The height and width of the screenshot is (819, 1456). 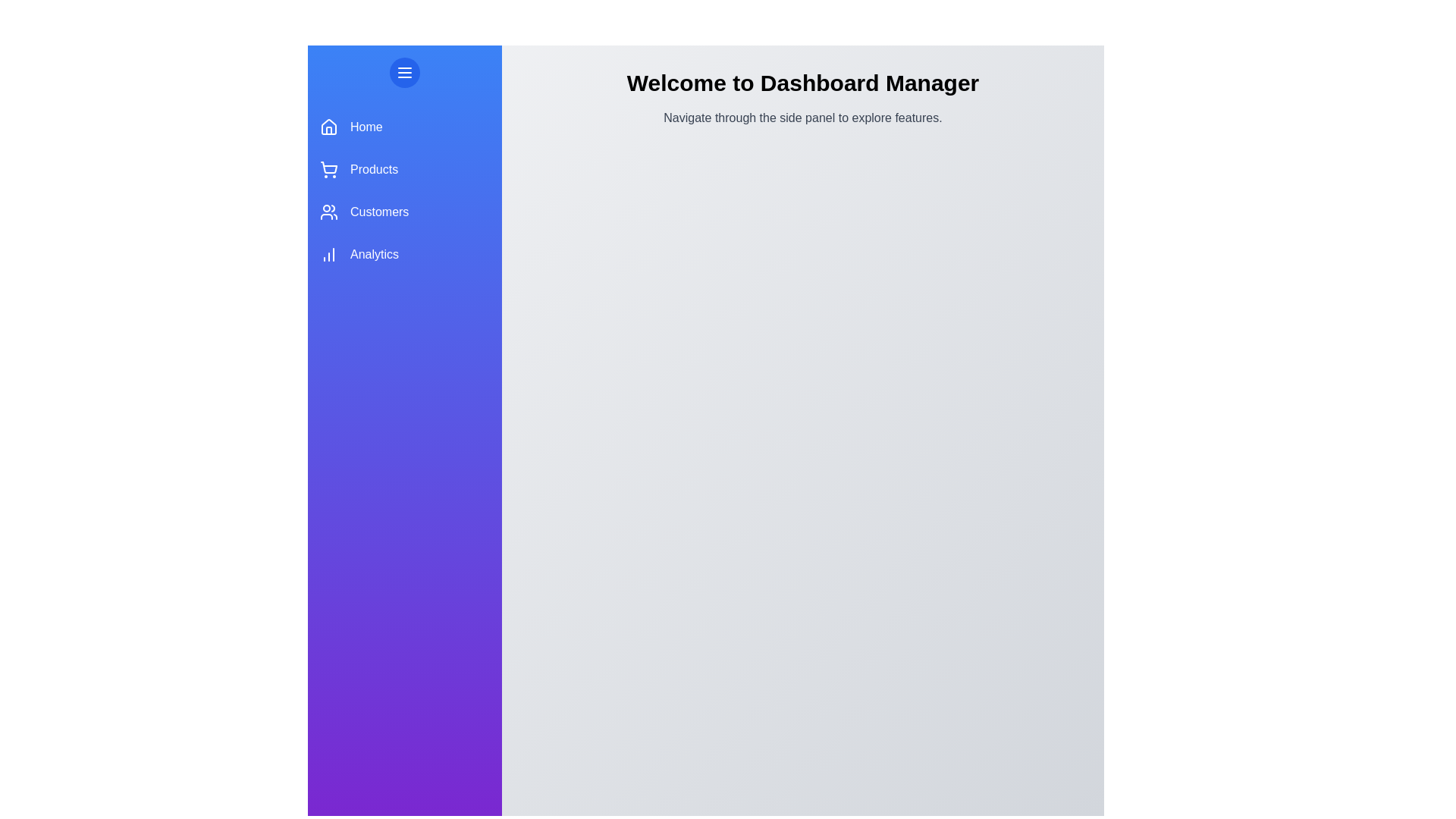 I want to click on the sidebar section Home, so click(x=404, y=127).